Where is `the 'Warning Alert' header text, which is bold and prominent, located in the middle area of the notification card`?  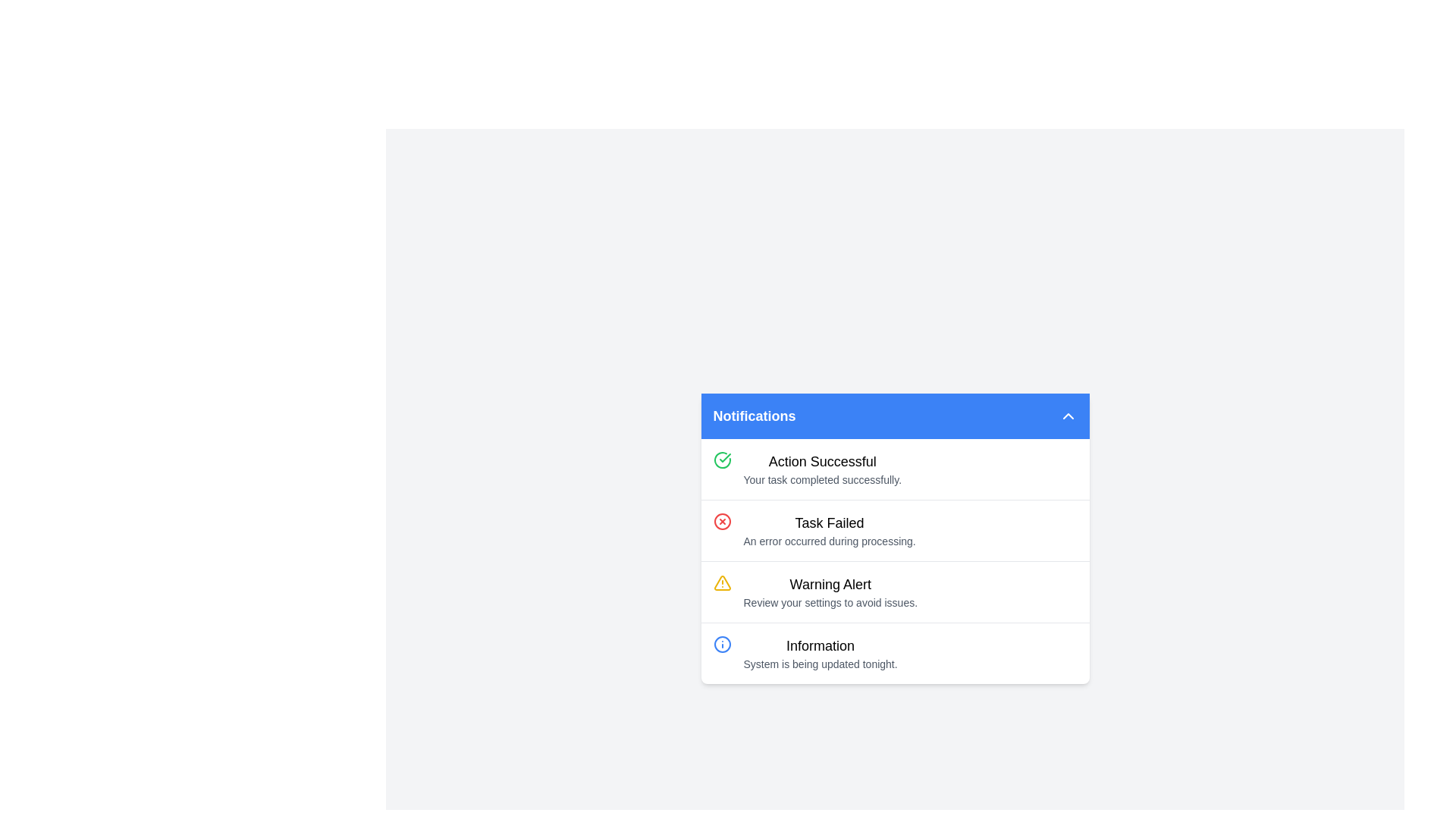 the 'Warning Alert' header text, which is bold and prominent, located in the middle area of the notification card is located at coordinates (830, 583).